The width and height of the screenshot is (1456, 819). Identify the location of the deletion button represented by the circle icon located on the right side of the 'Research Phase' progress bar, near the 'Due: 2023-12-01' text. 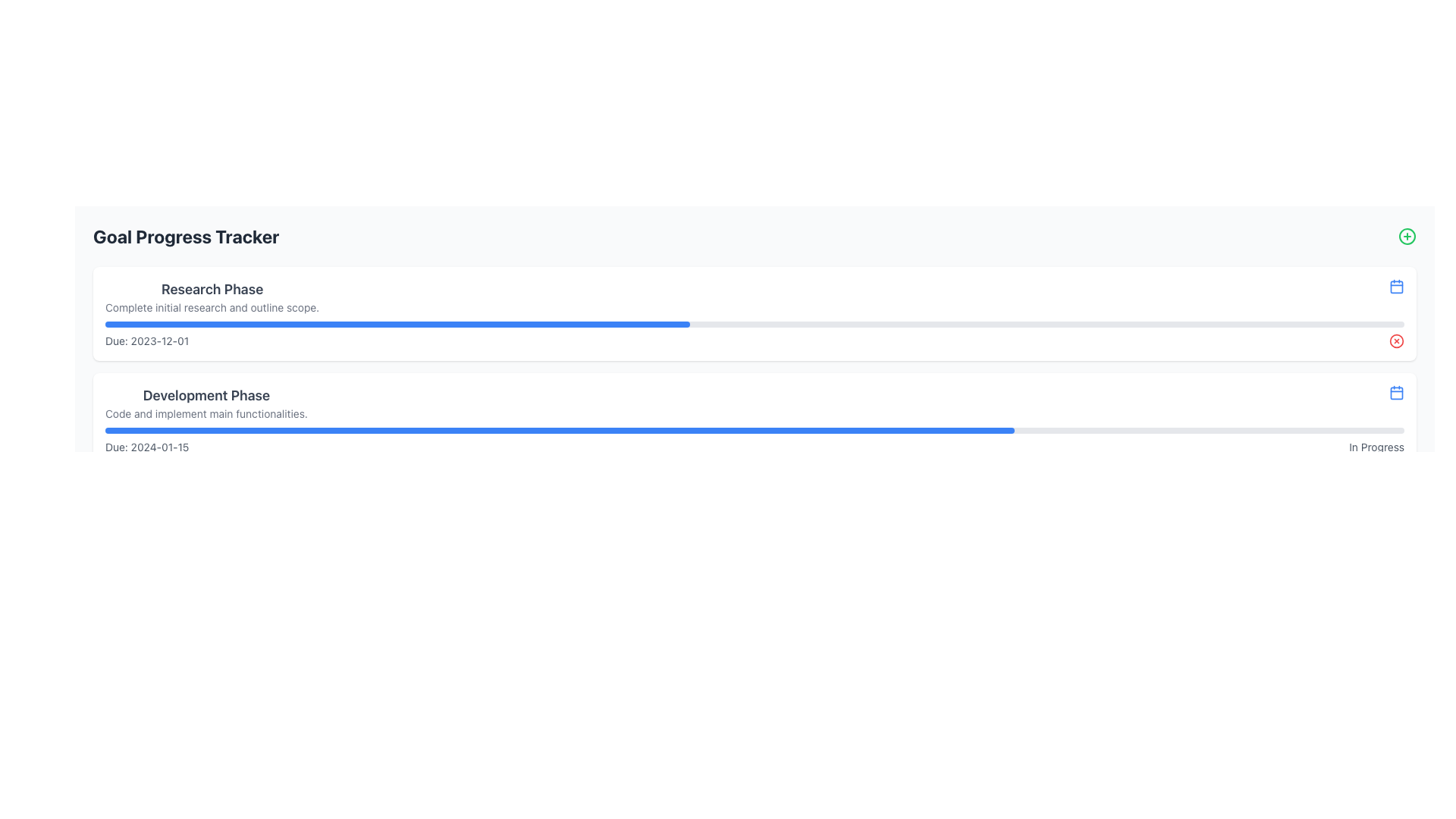
(1396, 341).